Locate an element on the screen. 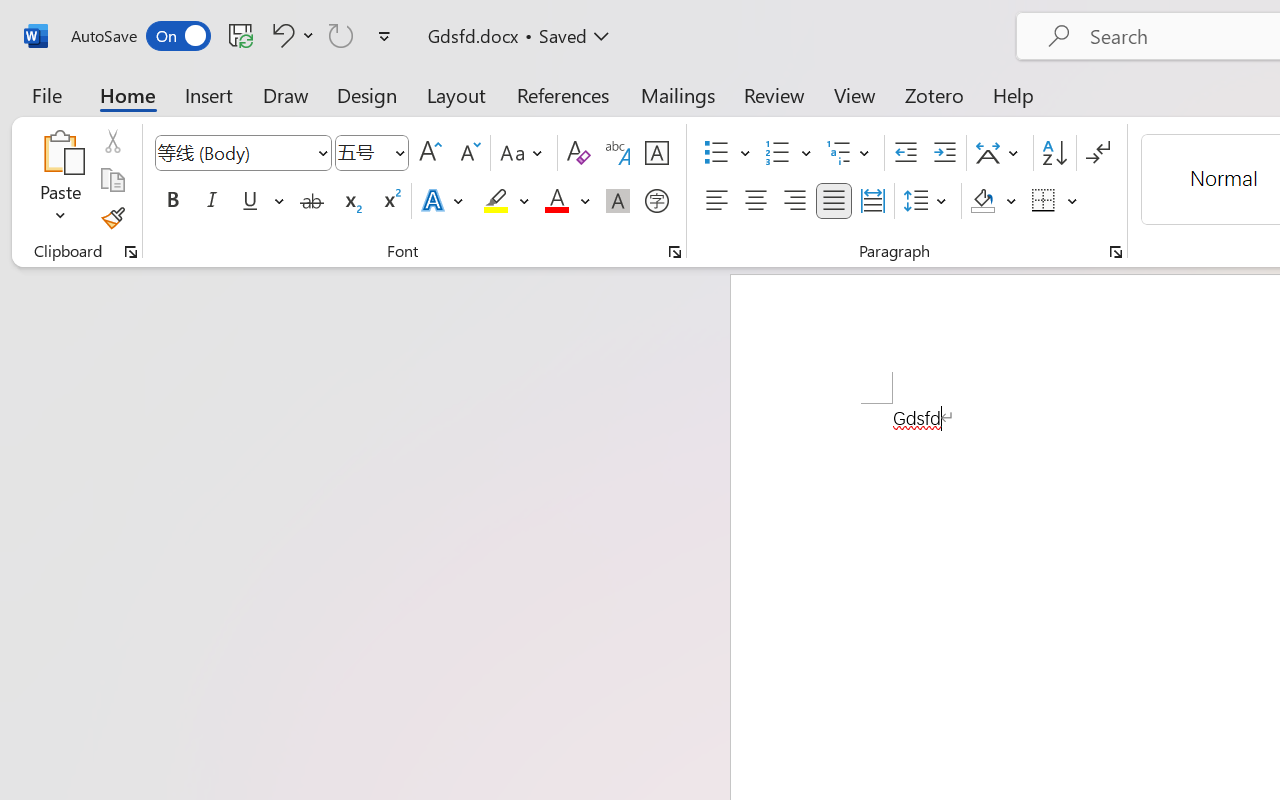 This screenshot has height=800, width=1280. 'Copy' is located at coordinates (111, 179).